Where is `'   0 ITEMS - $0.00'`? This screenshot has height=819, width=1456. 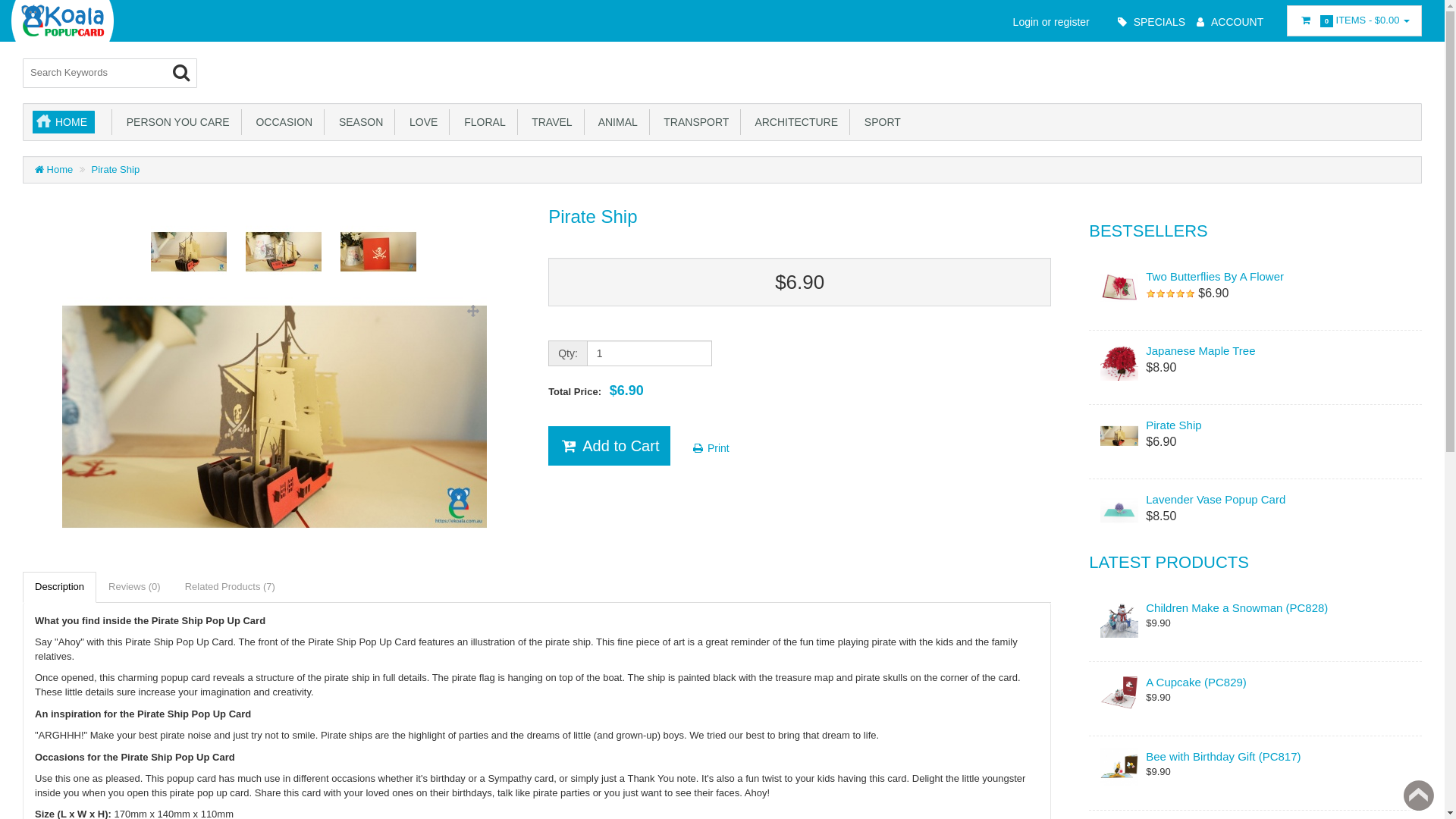 '   0 ITEMS - $0.00' is located at coordinates (1354, 20).